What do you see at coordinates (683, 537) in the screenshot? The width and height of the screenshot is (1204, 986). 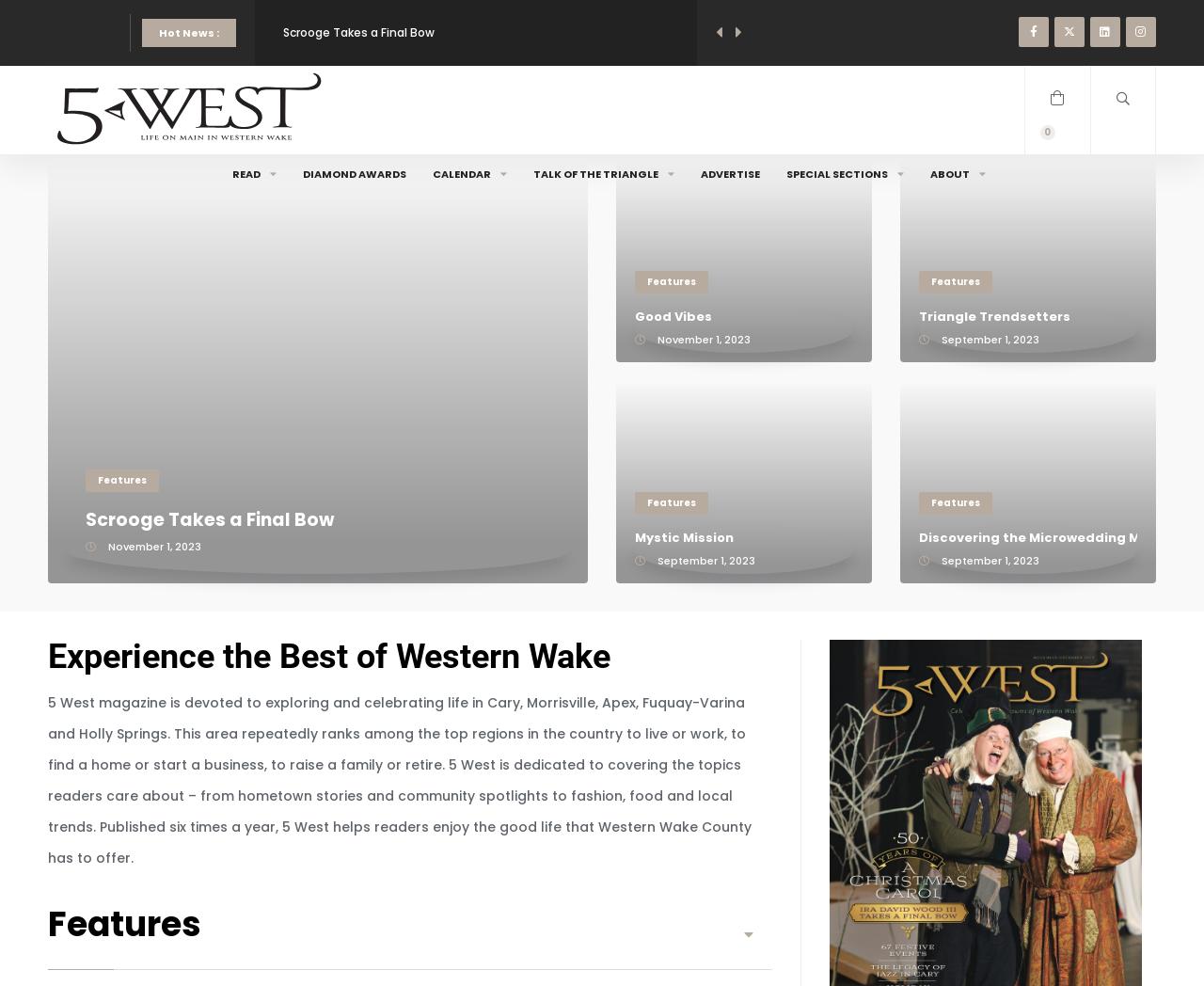 I see `'Mystic Mission'` at bounding box center [683, 537].